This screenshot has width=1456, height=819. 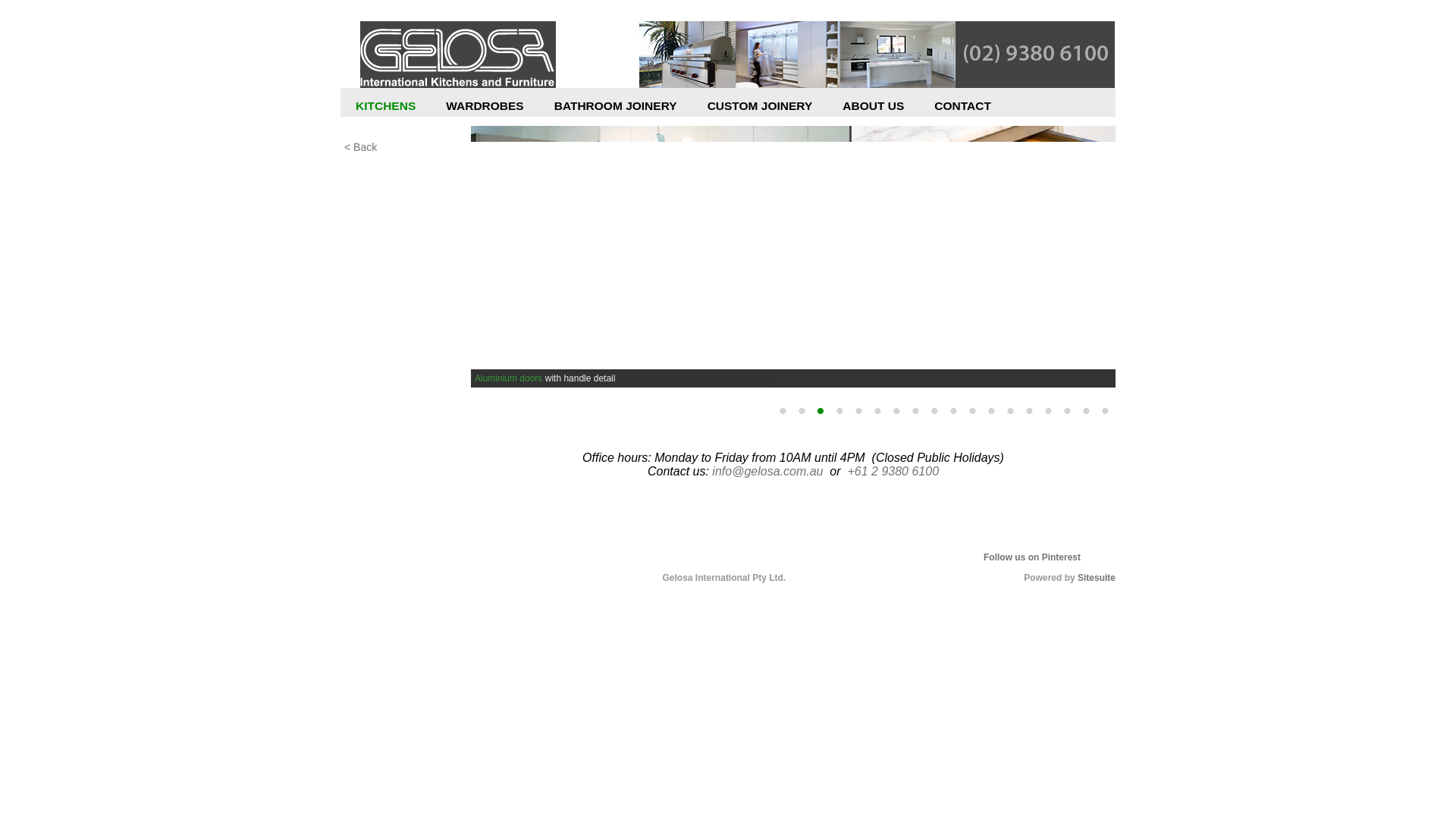 What do you see at coordinates (1029, 411) in the screenshot?
I see `'14'` at bounding box center [1029, 411].